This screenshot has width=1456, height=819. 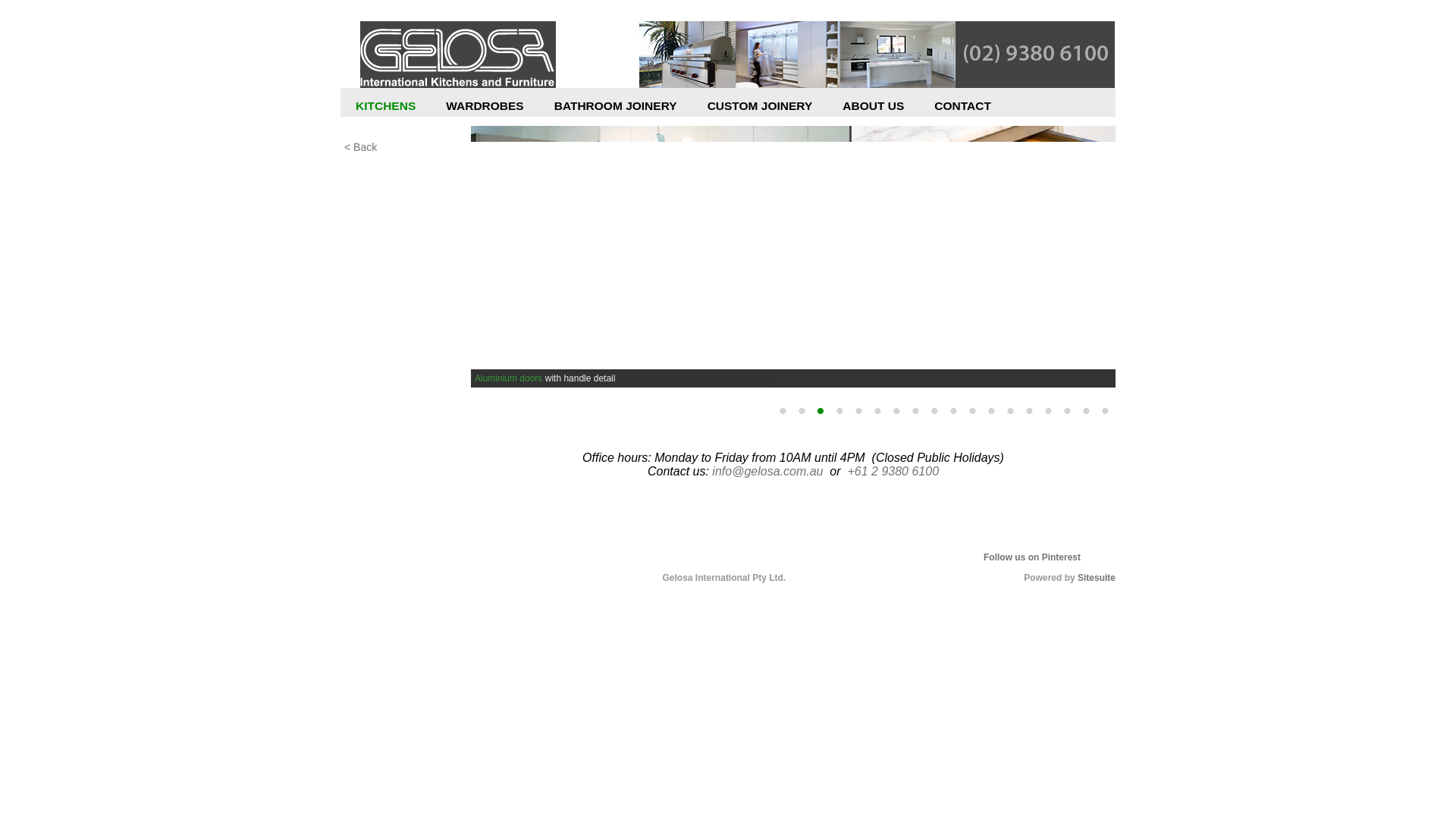 What do you see at coordinates (1029, 411) in the screenshot?
I see `'14'` at bounding box center [1029, 411].